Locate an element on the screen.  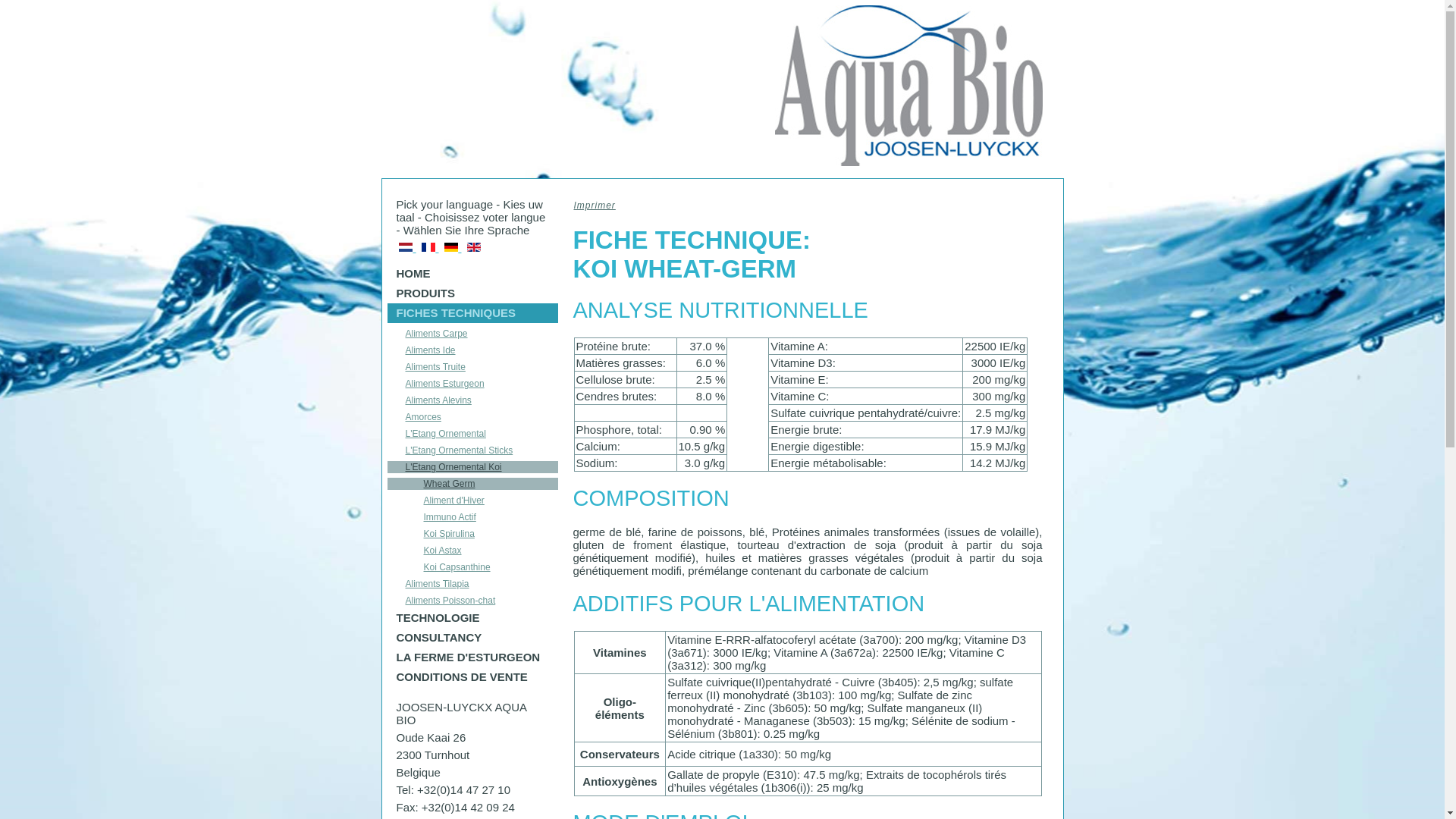
'Aliment d'Hiver' is located at coordinates (386, 500).